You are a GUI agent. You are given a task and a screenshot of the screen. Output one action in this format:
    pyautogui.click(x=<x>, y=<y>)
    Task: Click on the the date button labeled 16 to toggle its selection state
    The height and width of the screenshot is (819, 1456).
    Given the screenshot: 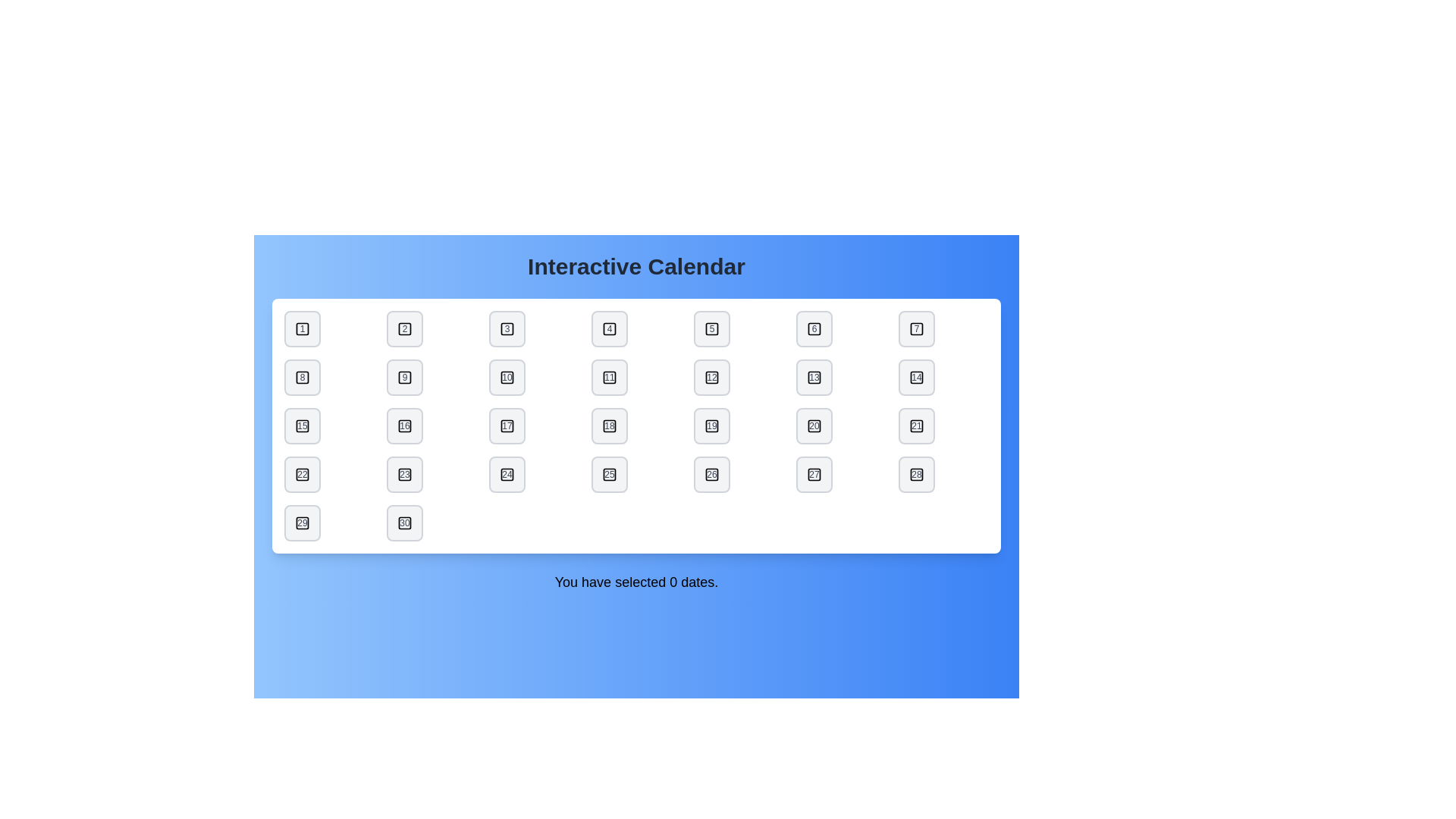 What is the action you would take?
    pyautogui.click(x=404, y=426)
    